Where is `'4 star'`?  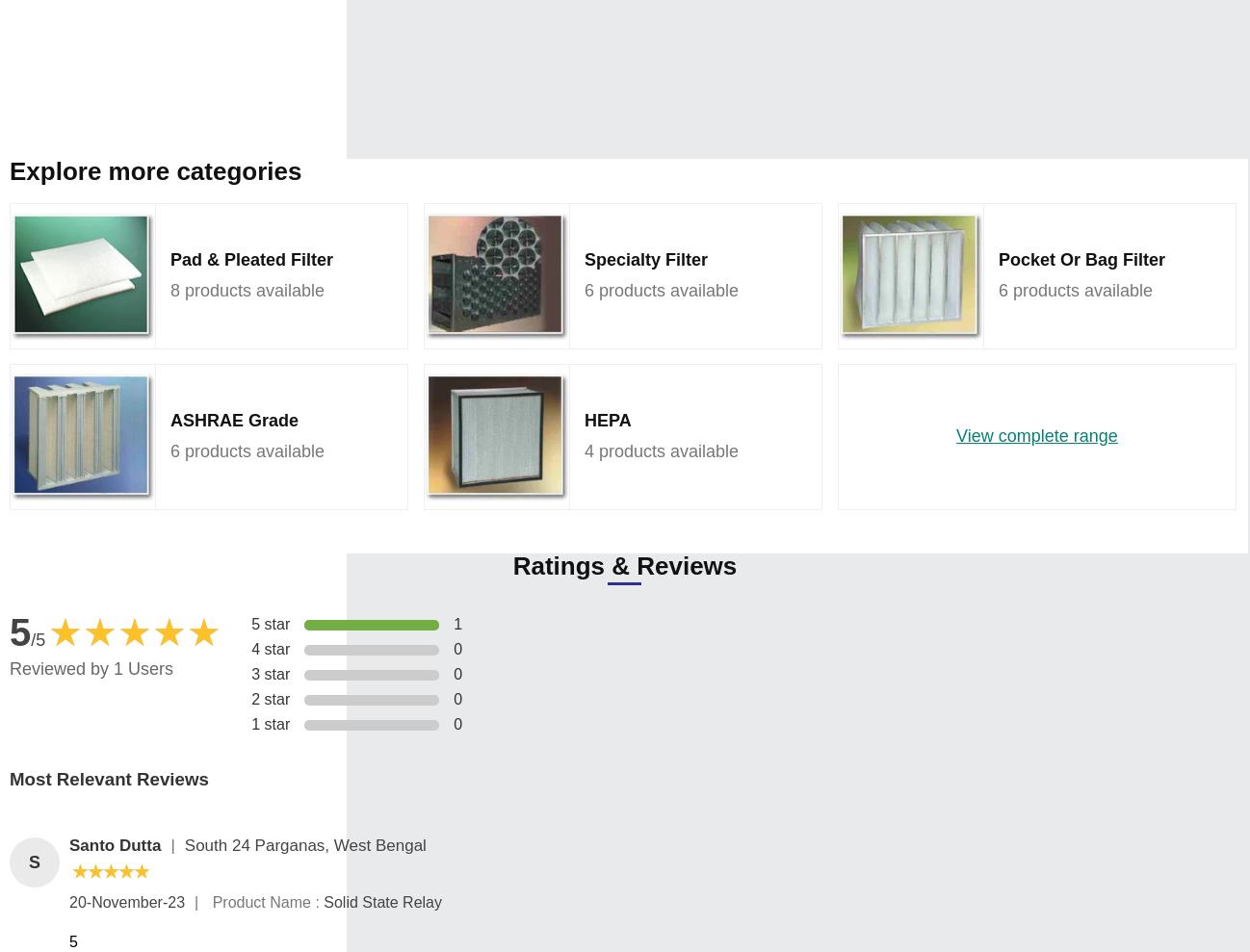 '4 star' is located at coordinates (250, 648).